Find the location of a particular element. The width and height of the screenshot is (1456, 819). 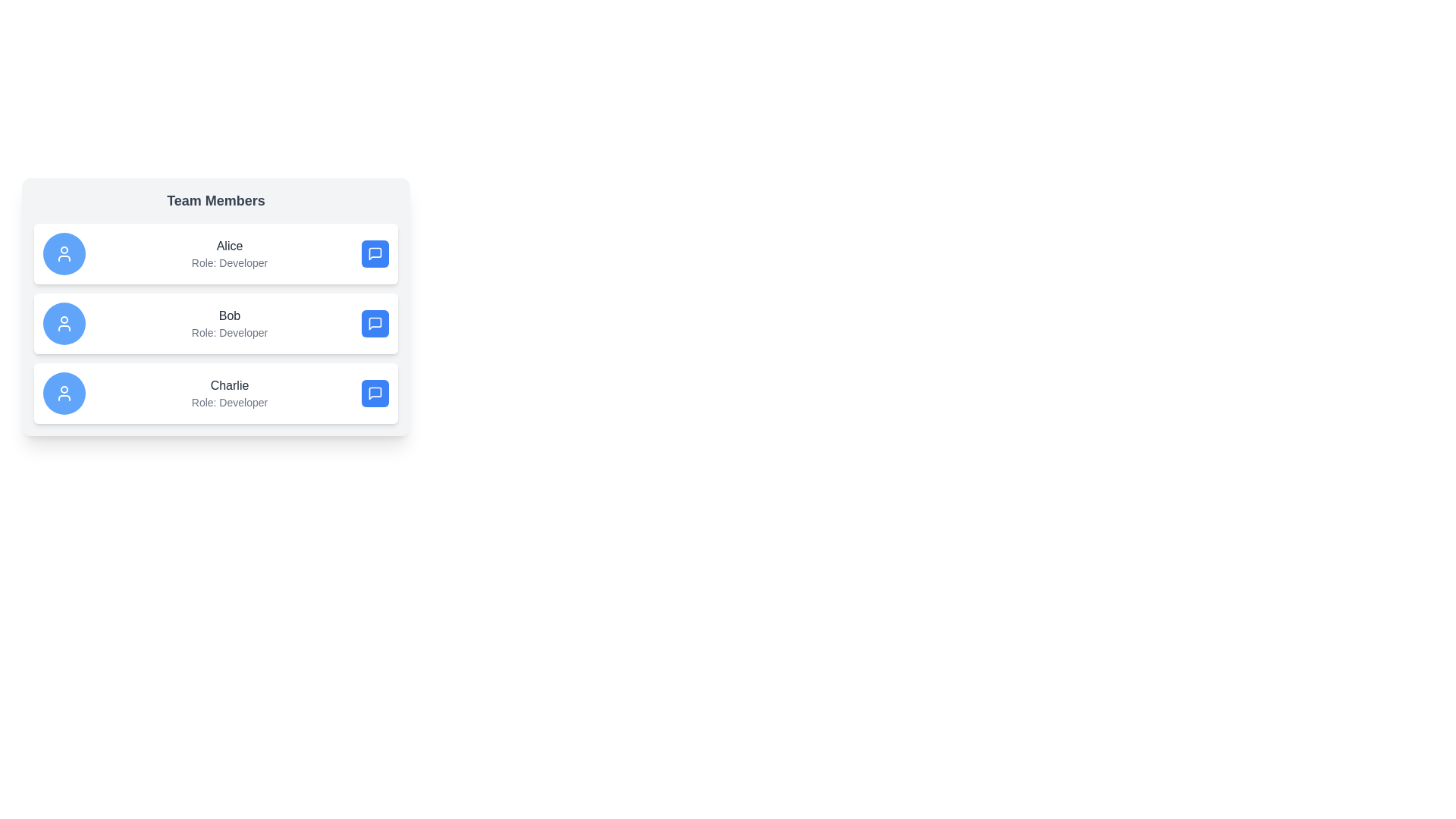

the text label displaying the team member's name, which is located between the cards labeled 'Alice' and 'Charlie' and above the text 'Role: Developer' is located at coordinates (228, 315).